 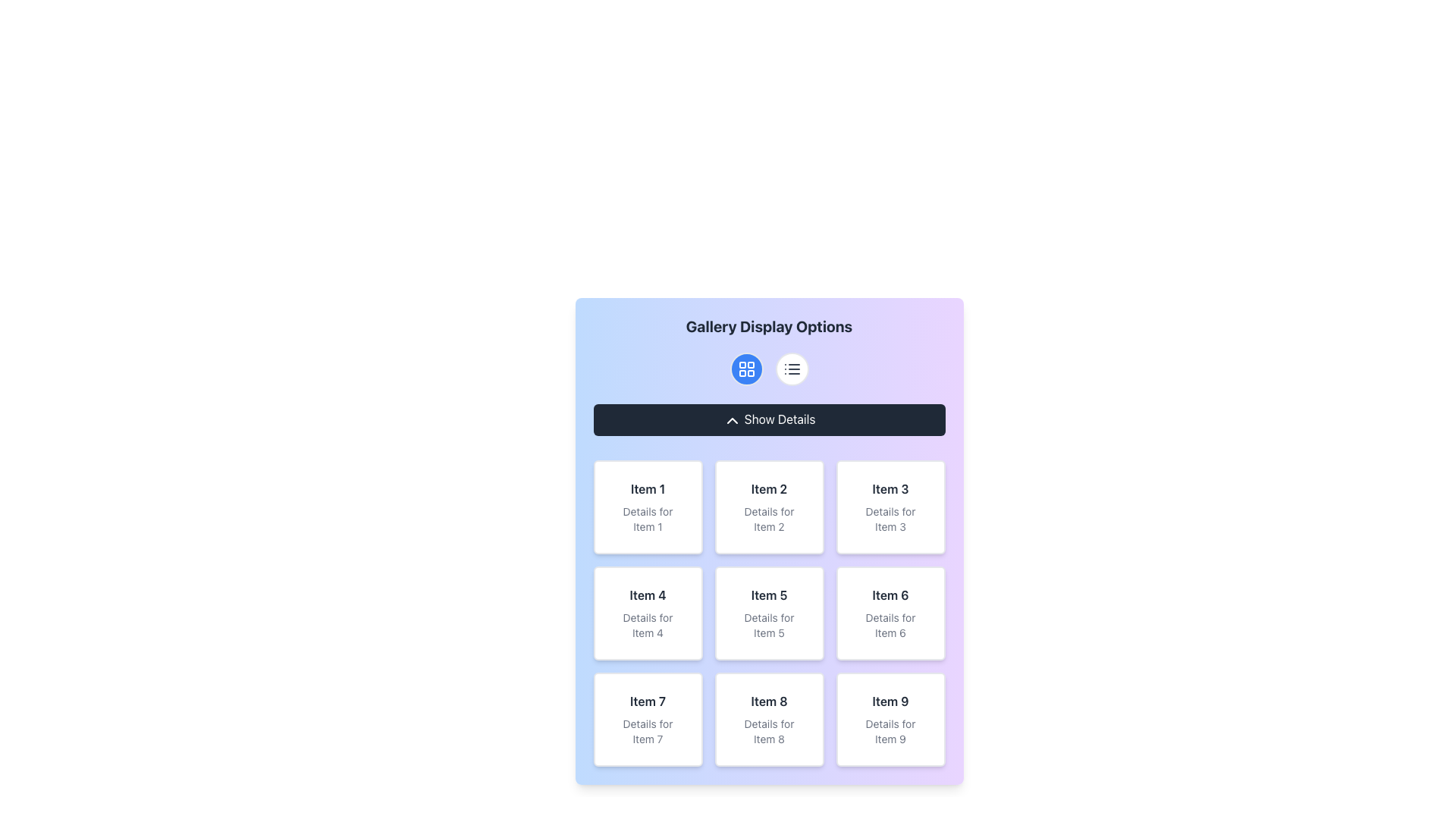 I want to click on the static text label reading 'Details for Item 6', which is located within a white rectangular card under the bolded text 'Item 6', so click(x=890, y=625).